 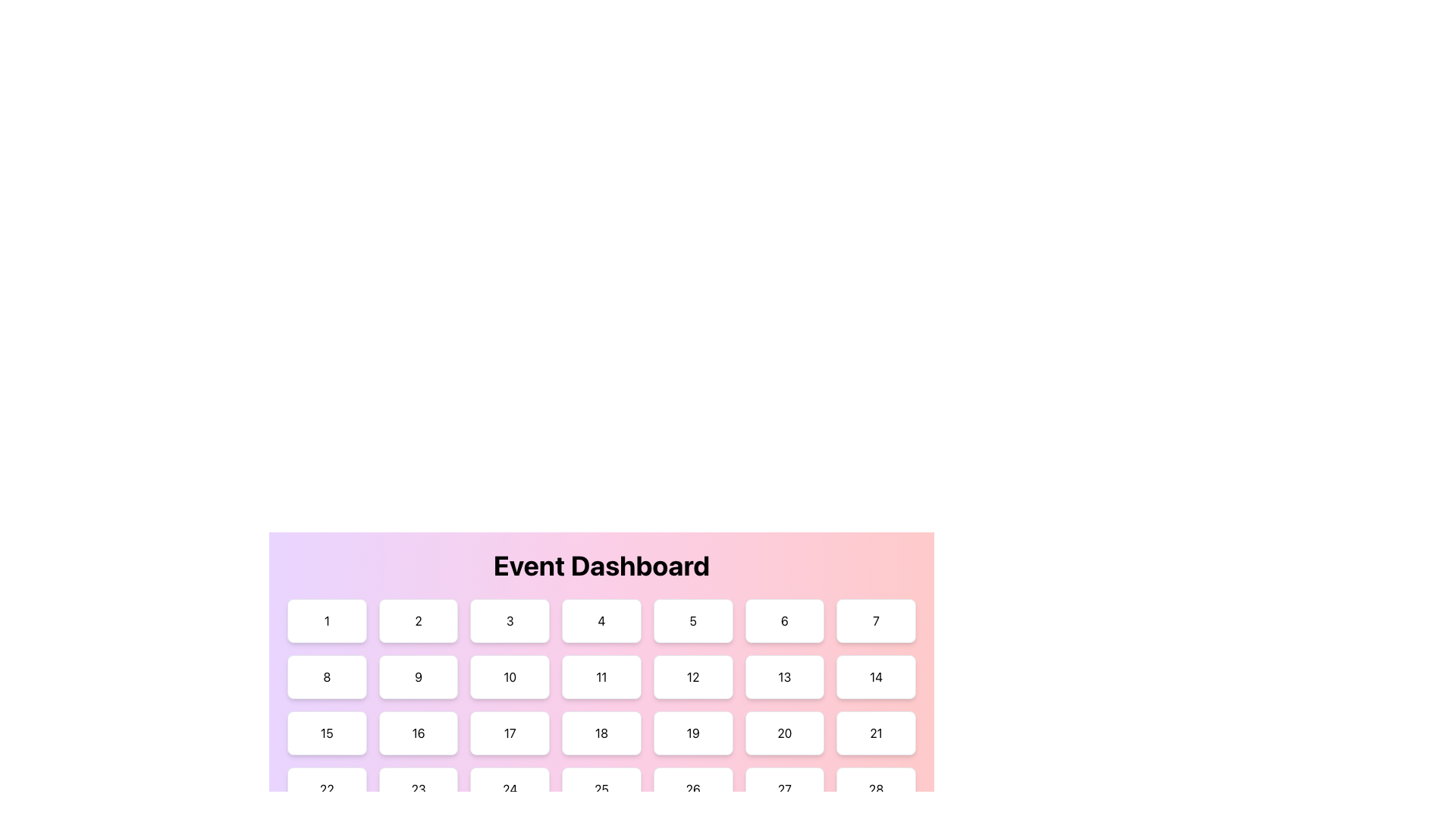 I want to click on the button labeled '16' which is a rectangular button with a white background and black text, styled with rounded corners and positioned in the 3rd row and 2nd column of a grid layout, so click(x=419, y=733).